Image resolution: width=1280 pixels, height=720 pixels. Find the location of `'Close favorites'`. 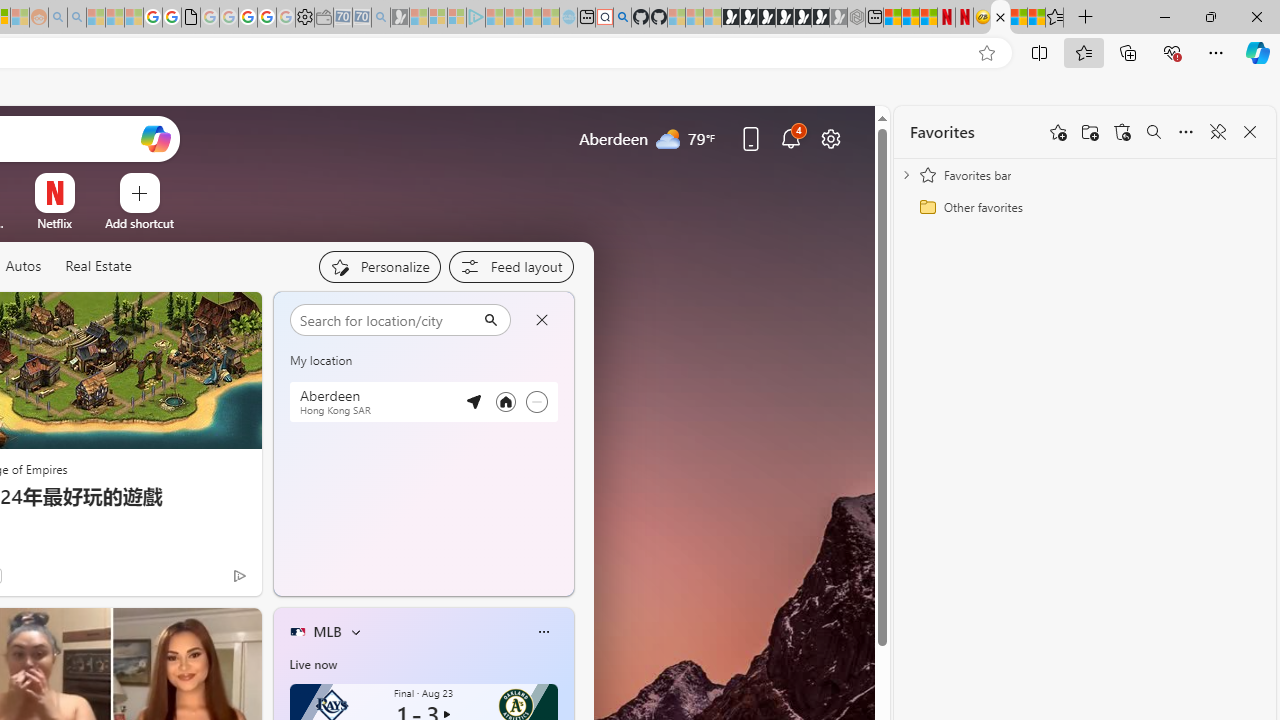

'Close favorites' is located at coordinates (1249, 132).